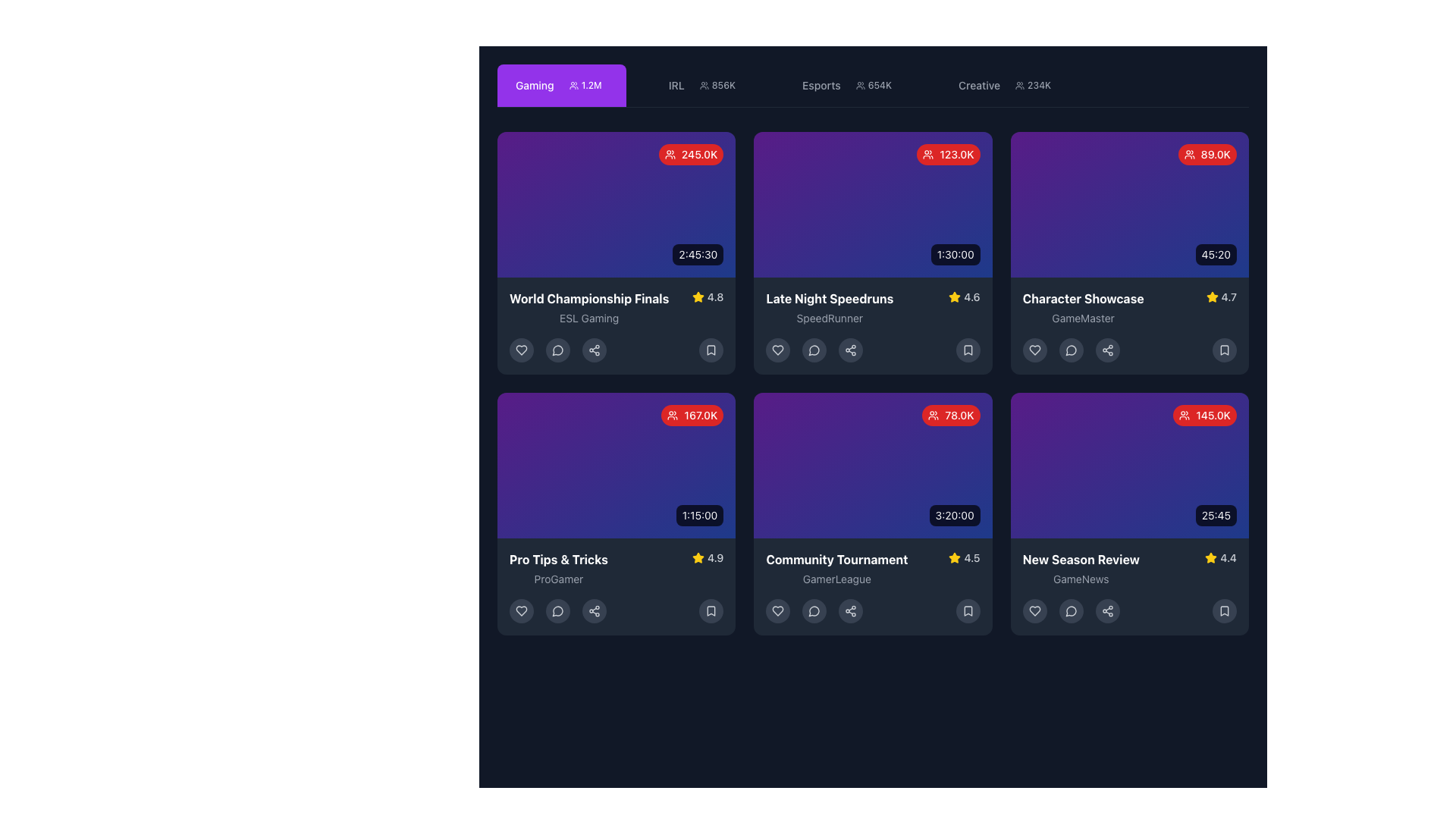  Describe the element at coordinates (814, 350) in the screenshot. I see `the circular button with a gray background and chat bubble icon, located in the bottom toolbar of the 'Late Night Speedruns' card` at that location.